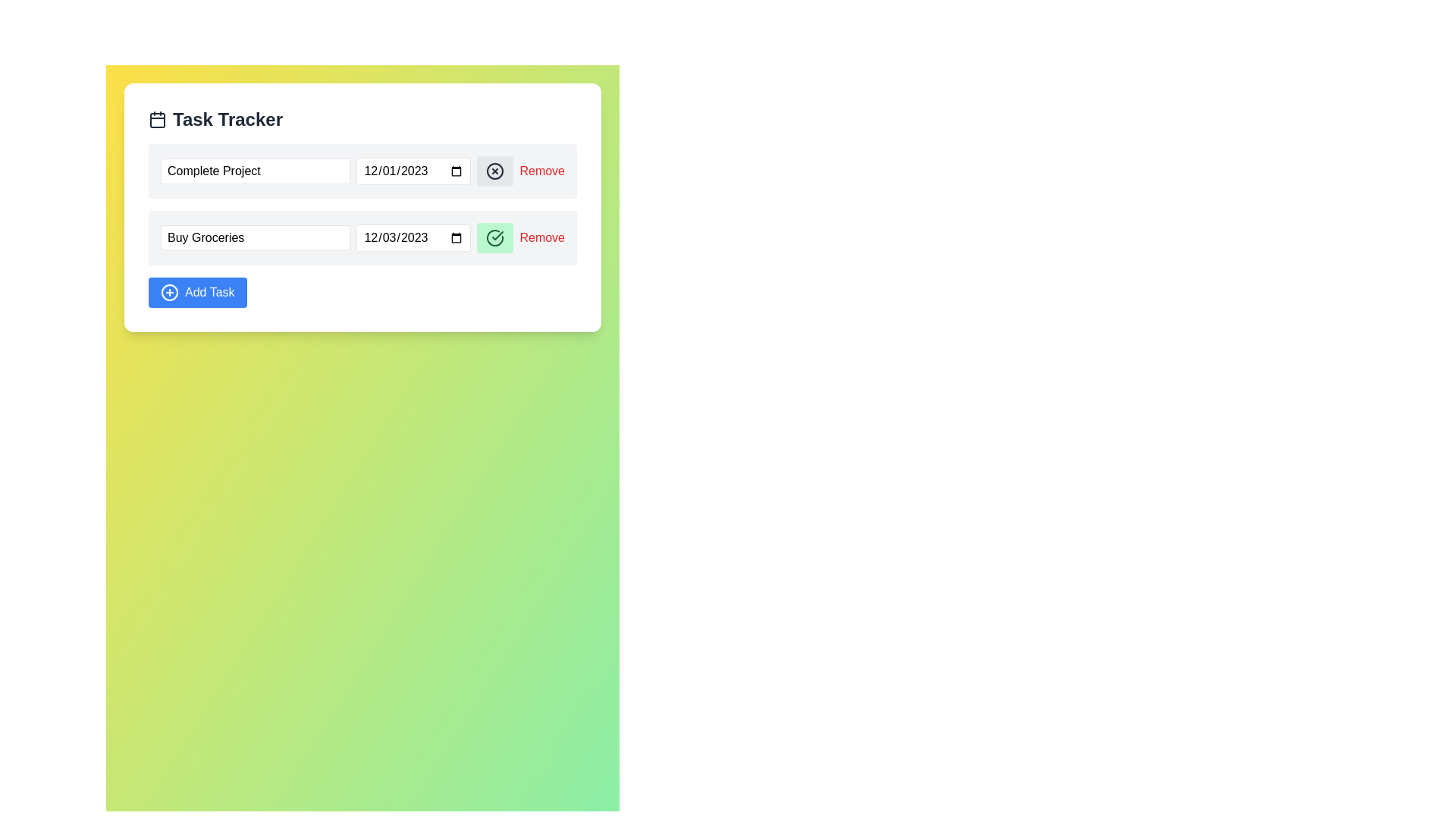  I want to click on the circular gray button with an 'X' icon to clear or remove a task, which is located to the right of the date input field and adjacent to the 'Remove' text button, so click(495, 171).